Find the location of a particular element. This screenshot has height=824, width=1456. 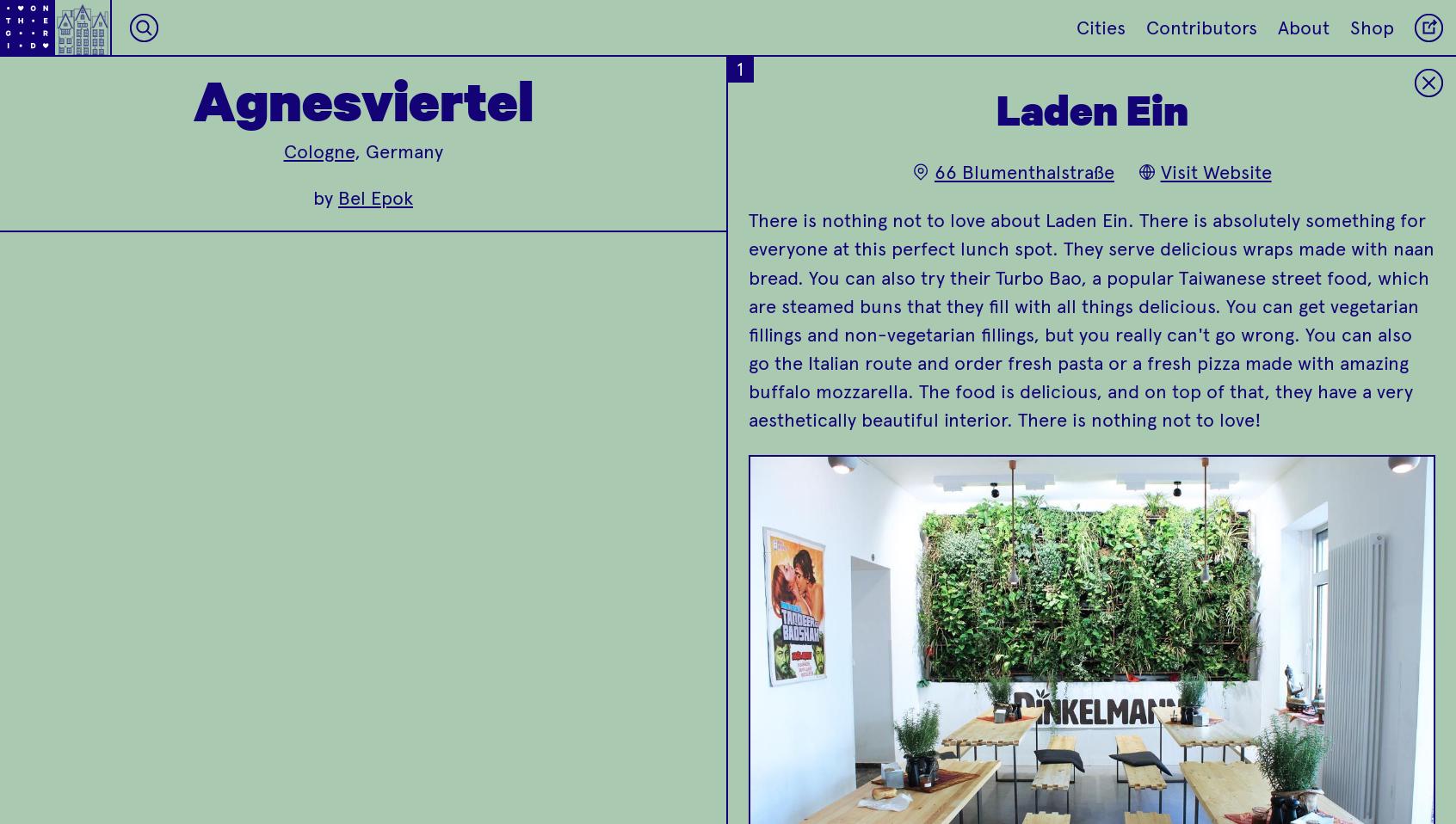

'Rokdoubledot' is located at coordinates (1101, 354).